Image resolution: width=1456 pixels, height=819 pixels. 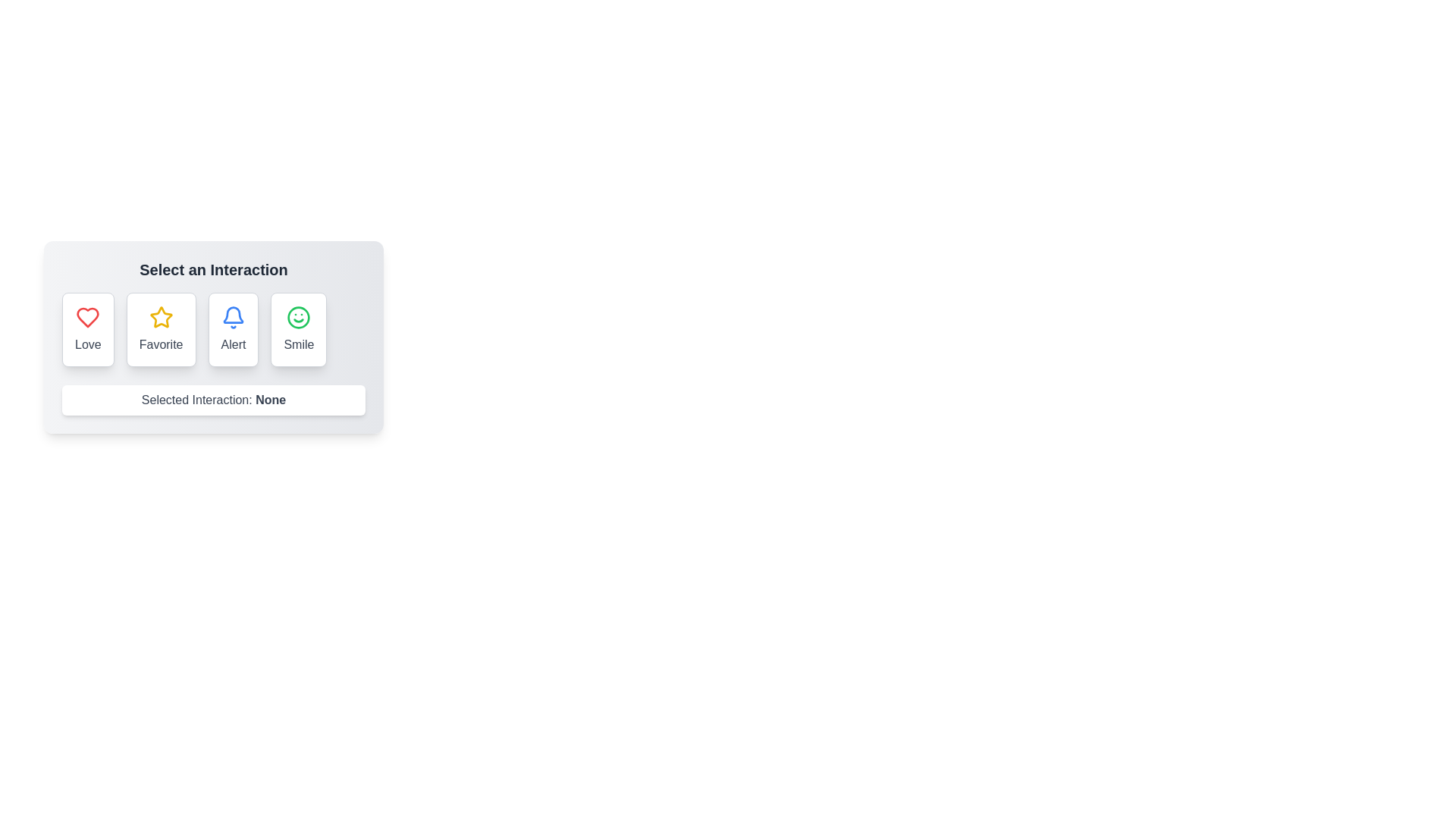 I want to click on the button labeled Love to observe the hover effect, so click(x=86, y=329).